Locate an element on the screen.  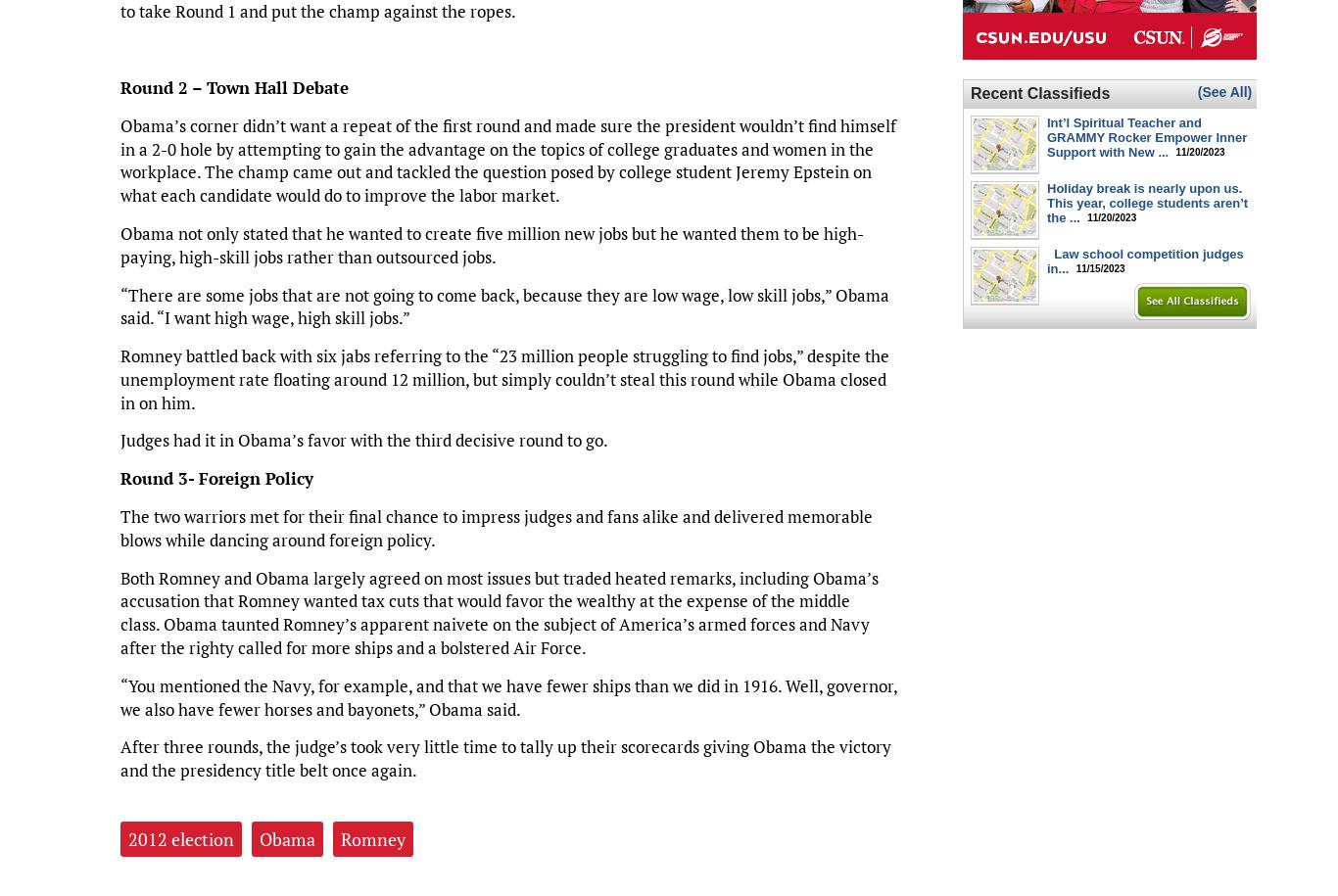
'“There are some jobs that are not going to come back, because they are low wage, low skill jobs,” Obama said. “I want high wage, high skill jobs.”' is located at coordinates (504, 306).